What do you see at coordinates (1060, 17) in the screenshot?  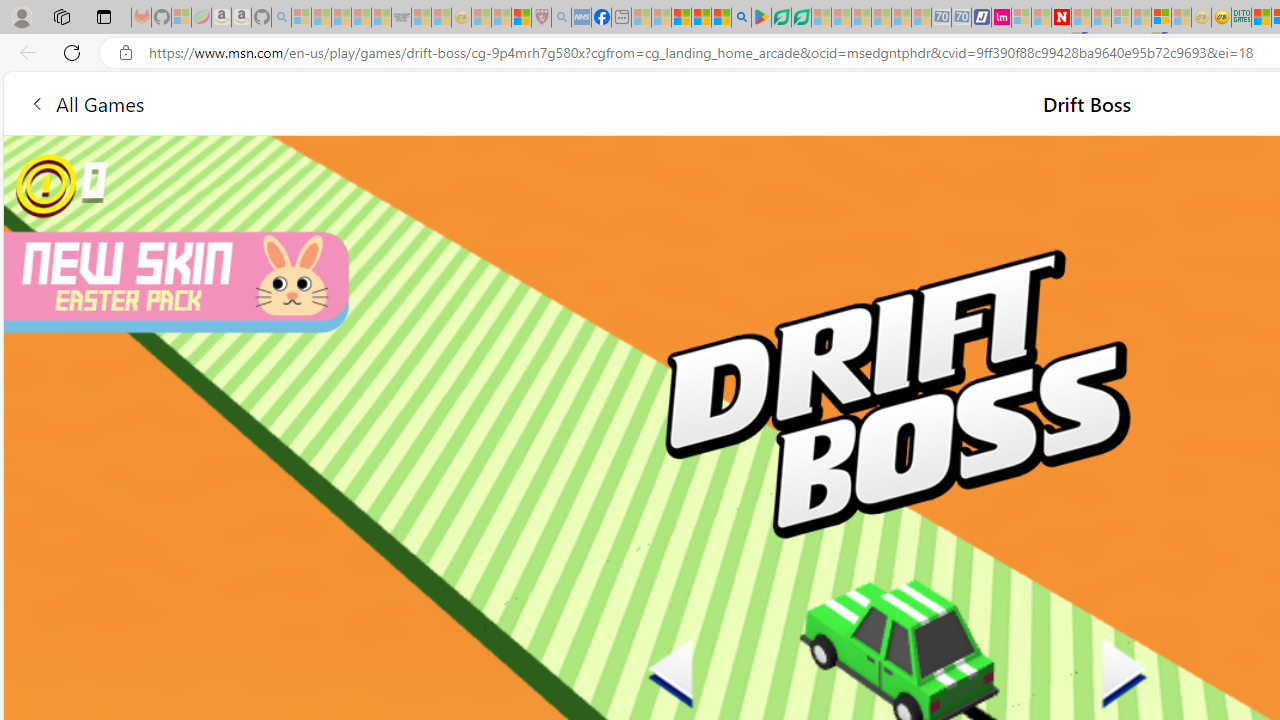 I see `'Latest Politics News & Archive | Newsweek.com'` at bounding box center [1060, 17].